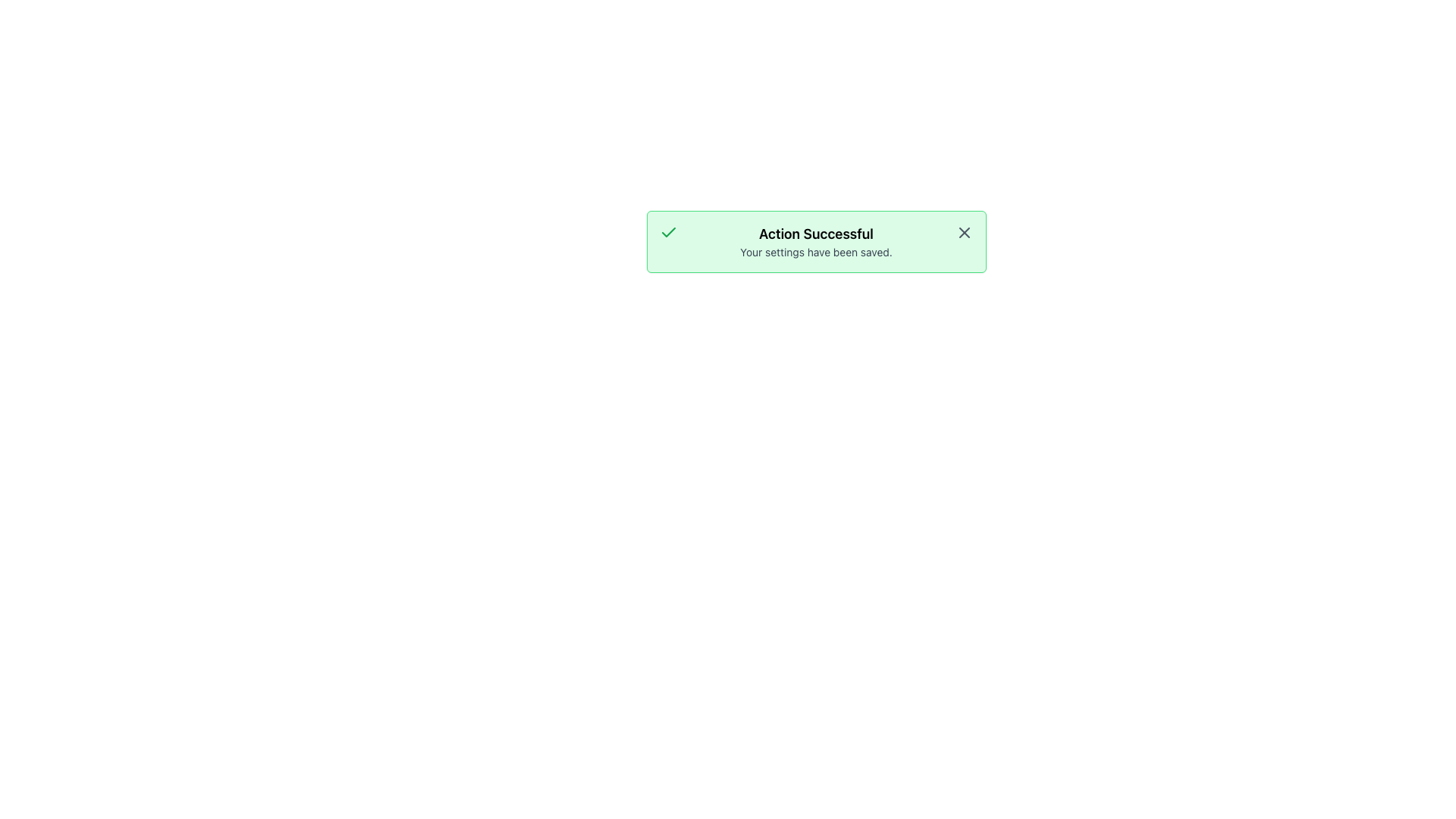  I want to click on the 'X' button located at the top-right corner of the light green notification box, so click(963, 233).